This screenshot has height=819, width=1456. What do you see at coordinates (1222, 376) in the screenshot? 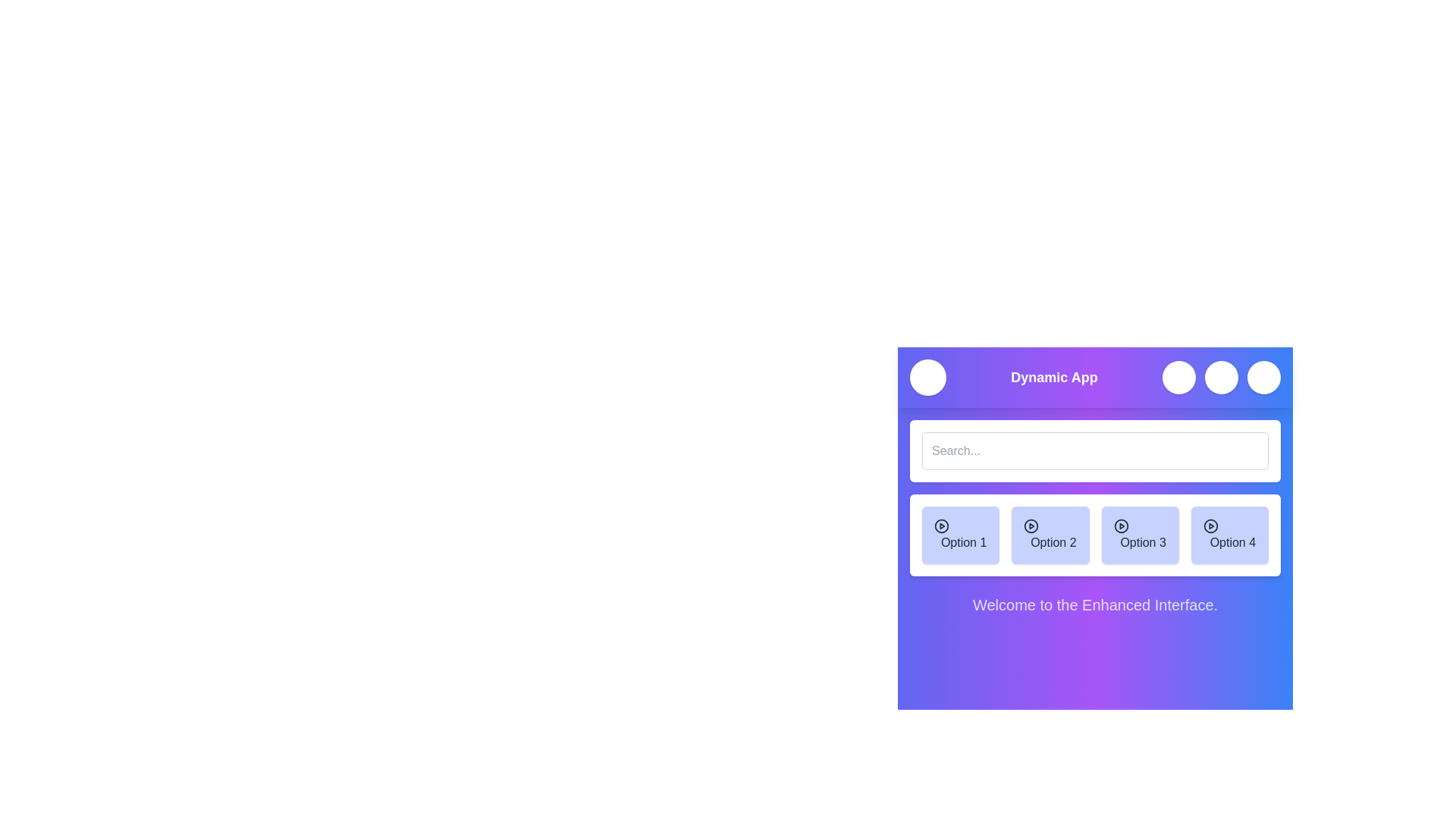
I see `the Bell button in the header to navigate` at bounding box center [1222, 376].